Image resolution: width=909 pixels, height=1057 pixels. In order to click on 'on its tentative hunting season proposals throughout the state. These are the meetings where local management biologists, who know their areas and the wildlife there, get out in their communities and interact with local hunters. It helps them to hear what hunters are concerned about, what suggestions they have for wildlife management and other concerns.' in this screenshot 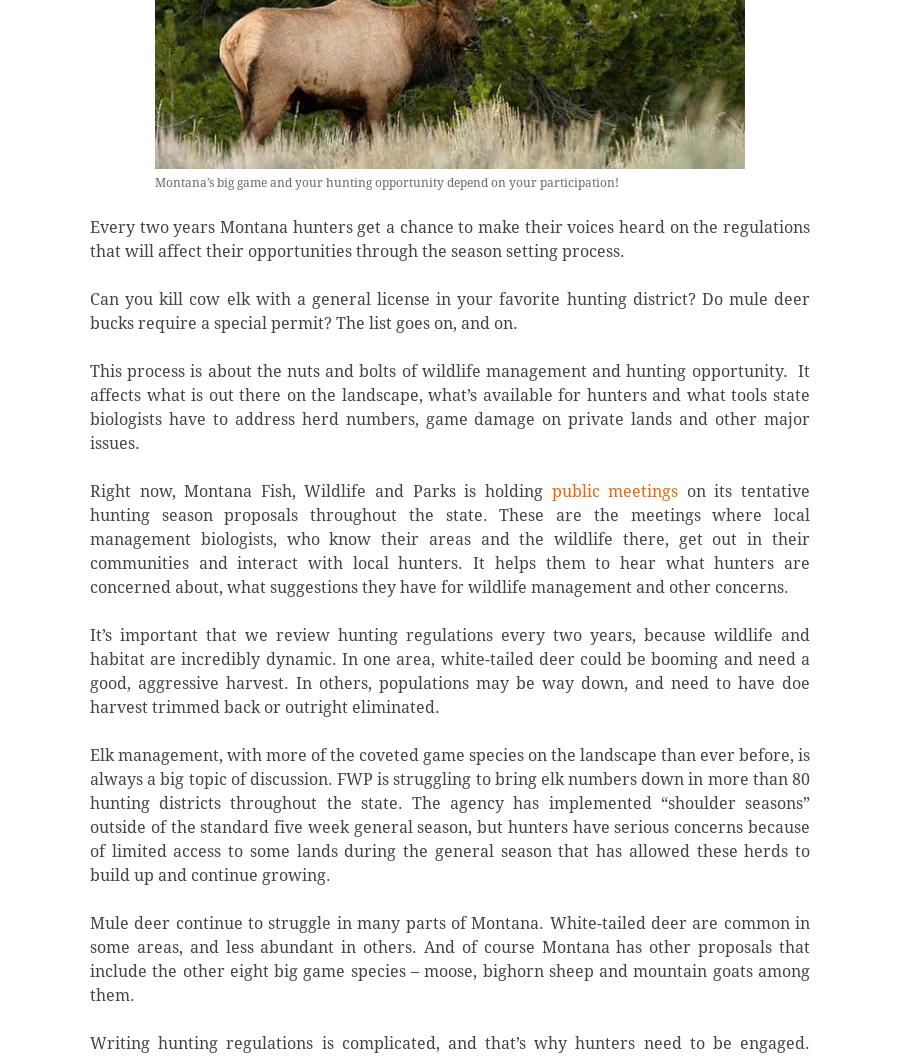, I will do `click(88, 538)`.